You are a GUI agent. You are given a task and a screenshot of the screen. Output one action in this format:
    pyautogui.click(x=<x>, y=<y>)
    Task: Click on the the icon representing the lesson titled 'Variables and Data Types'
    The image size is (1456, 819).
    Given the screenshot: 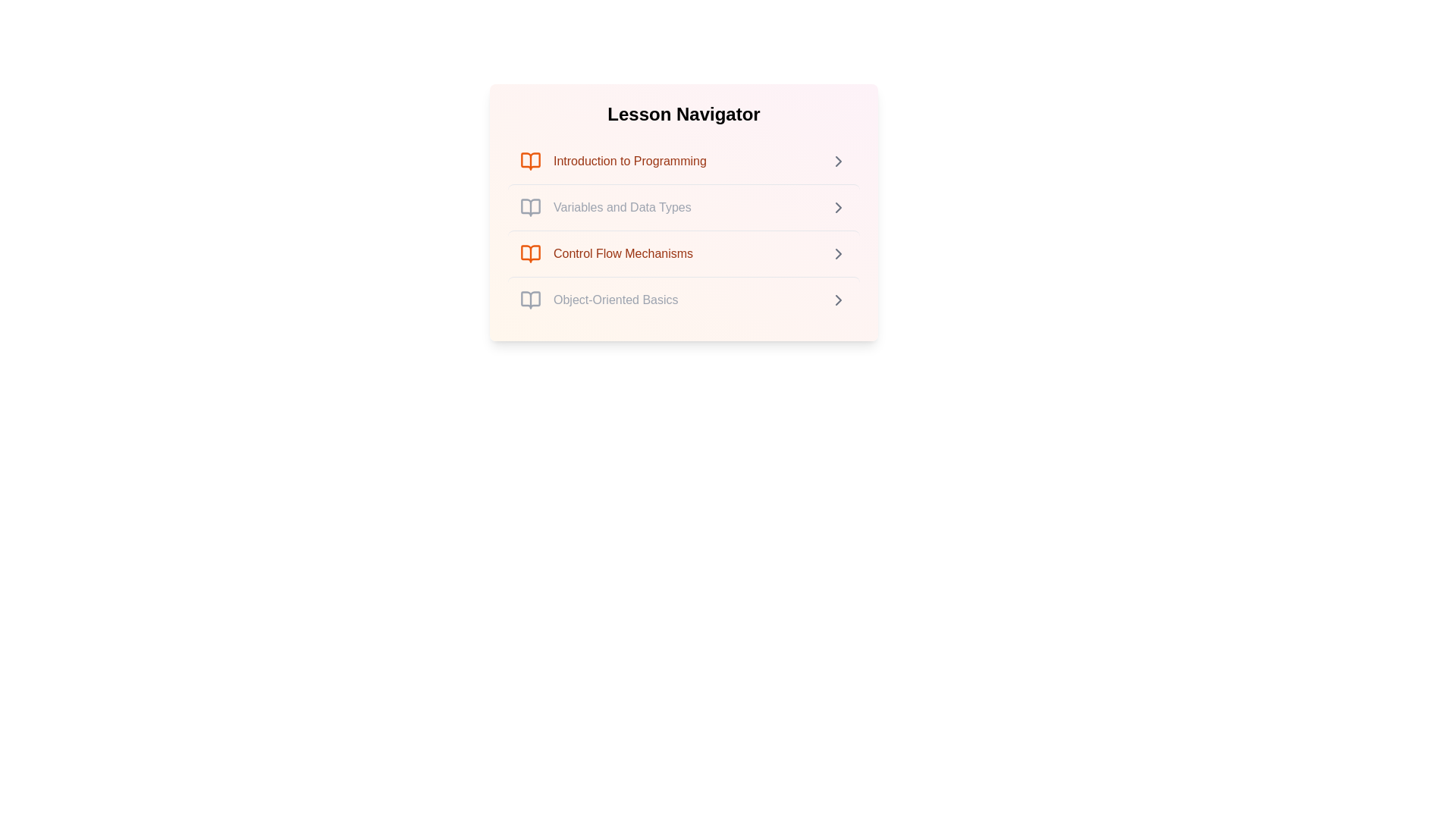 What is the action you would take?
    pyautogui.click(x=531, y=207)
    